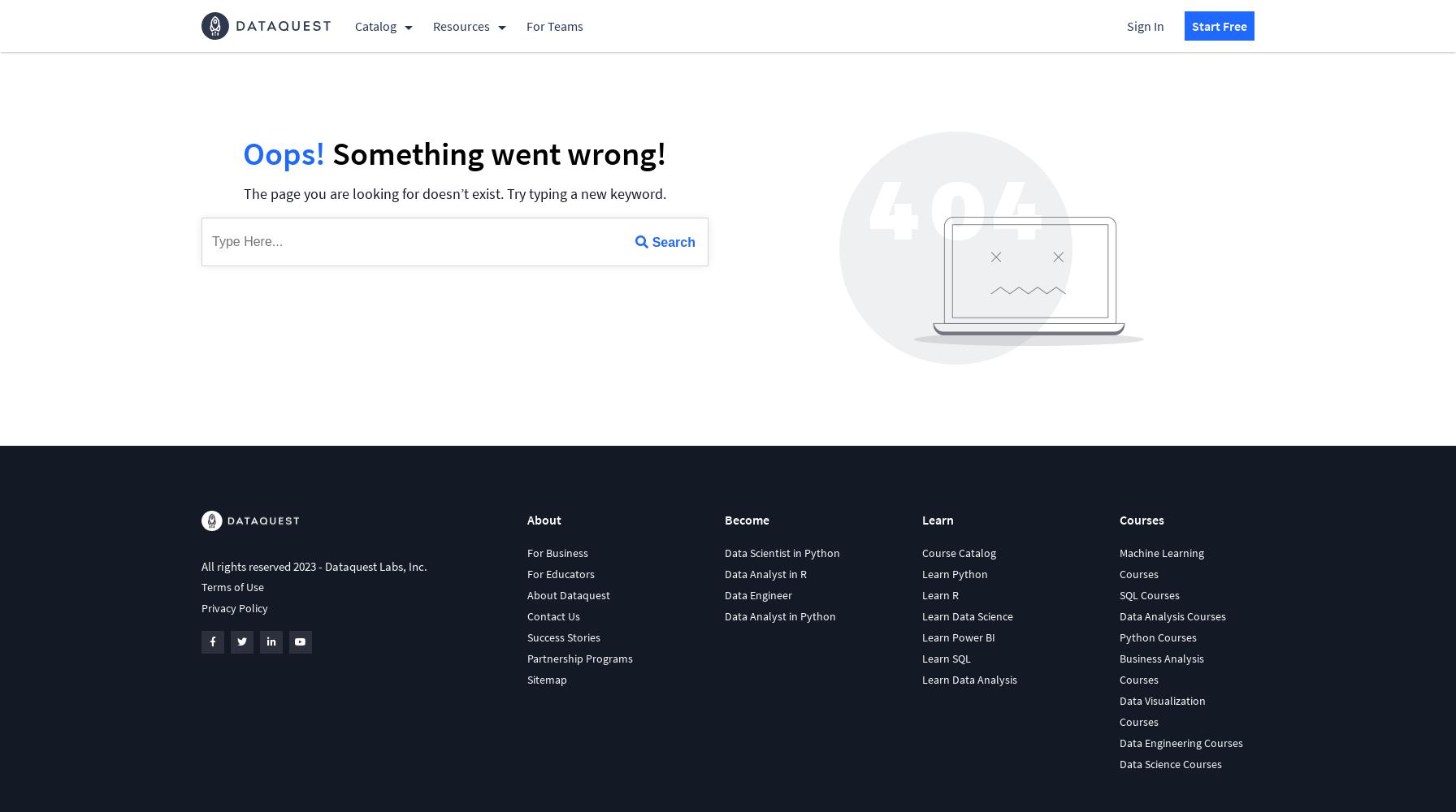 The image size is (1456, 812). What do you see at coordinates (937, 520) in the screenshot?
I see `'Learn'` at bounding box center [937, 520].